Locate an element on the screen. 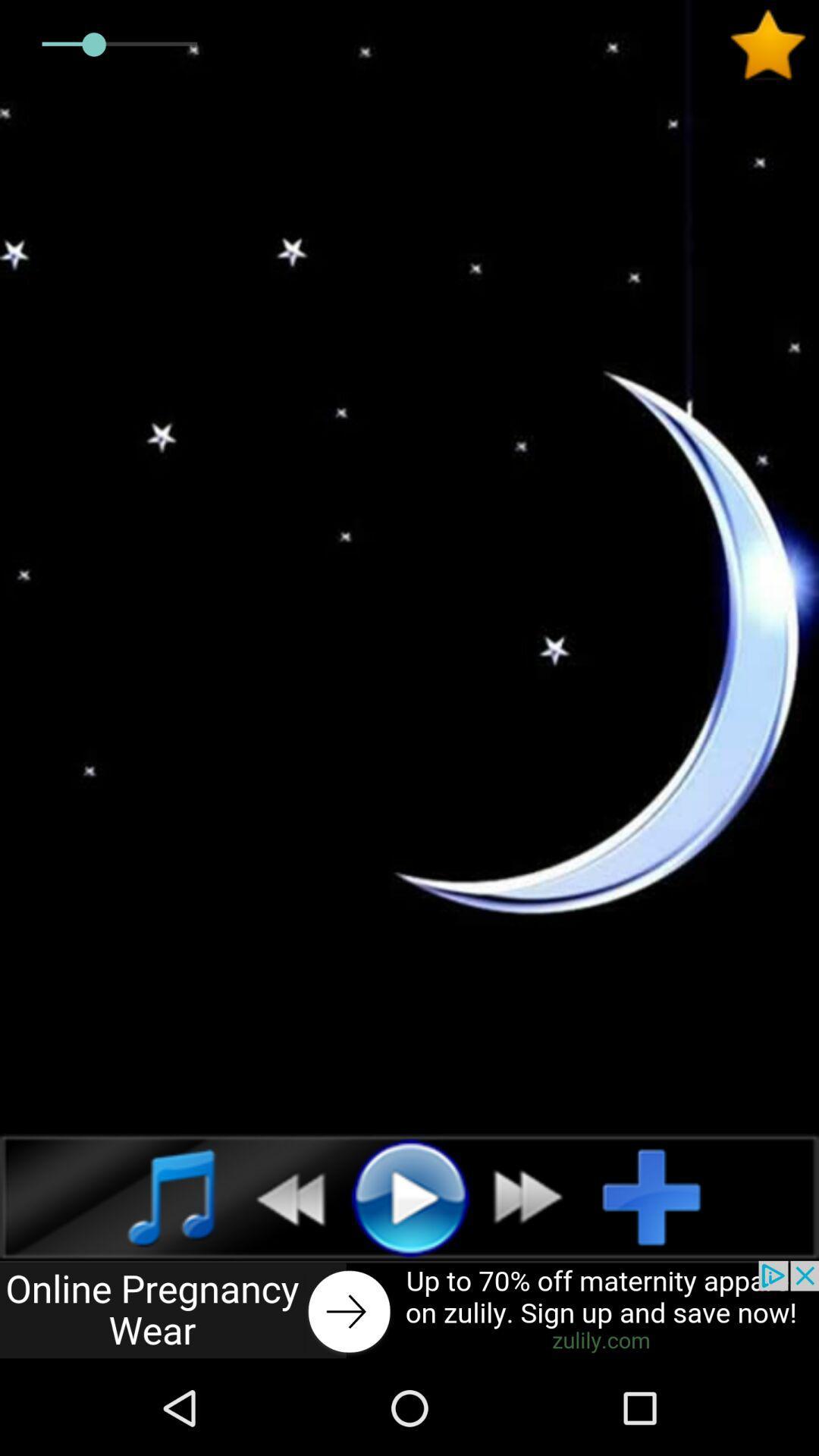  play button is located at coordinates (409, 1196).